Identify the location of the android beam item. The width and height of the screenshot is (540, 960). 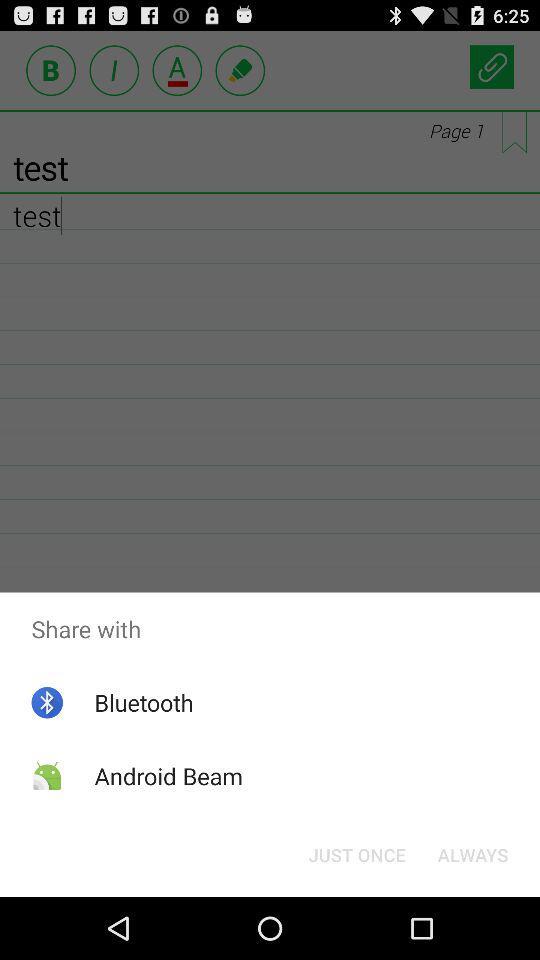
(167, 775).